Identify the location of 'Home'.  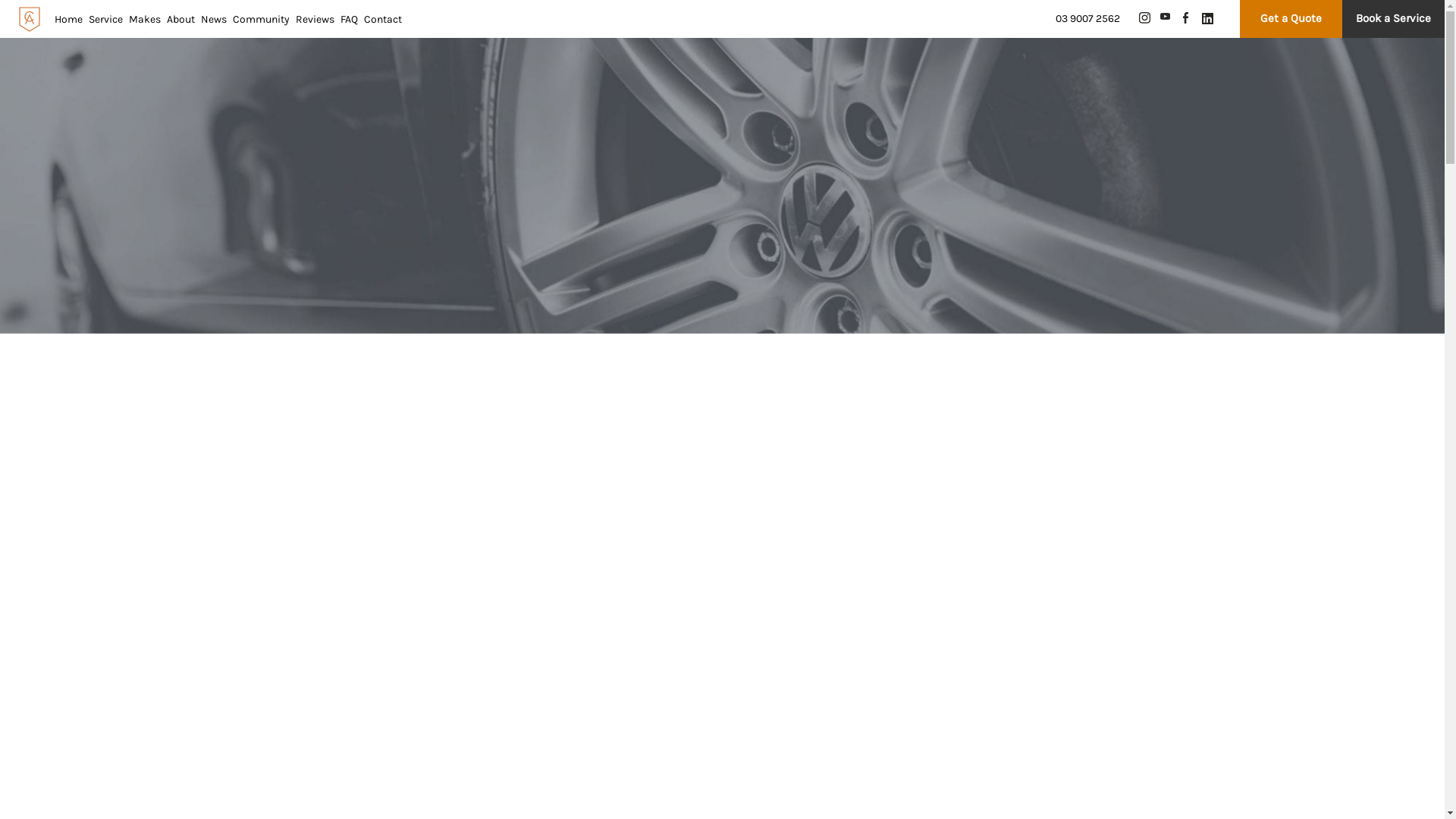
(67, 19).